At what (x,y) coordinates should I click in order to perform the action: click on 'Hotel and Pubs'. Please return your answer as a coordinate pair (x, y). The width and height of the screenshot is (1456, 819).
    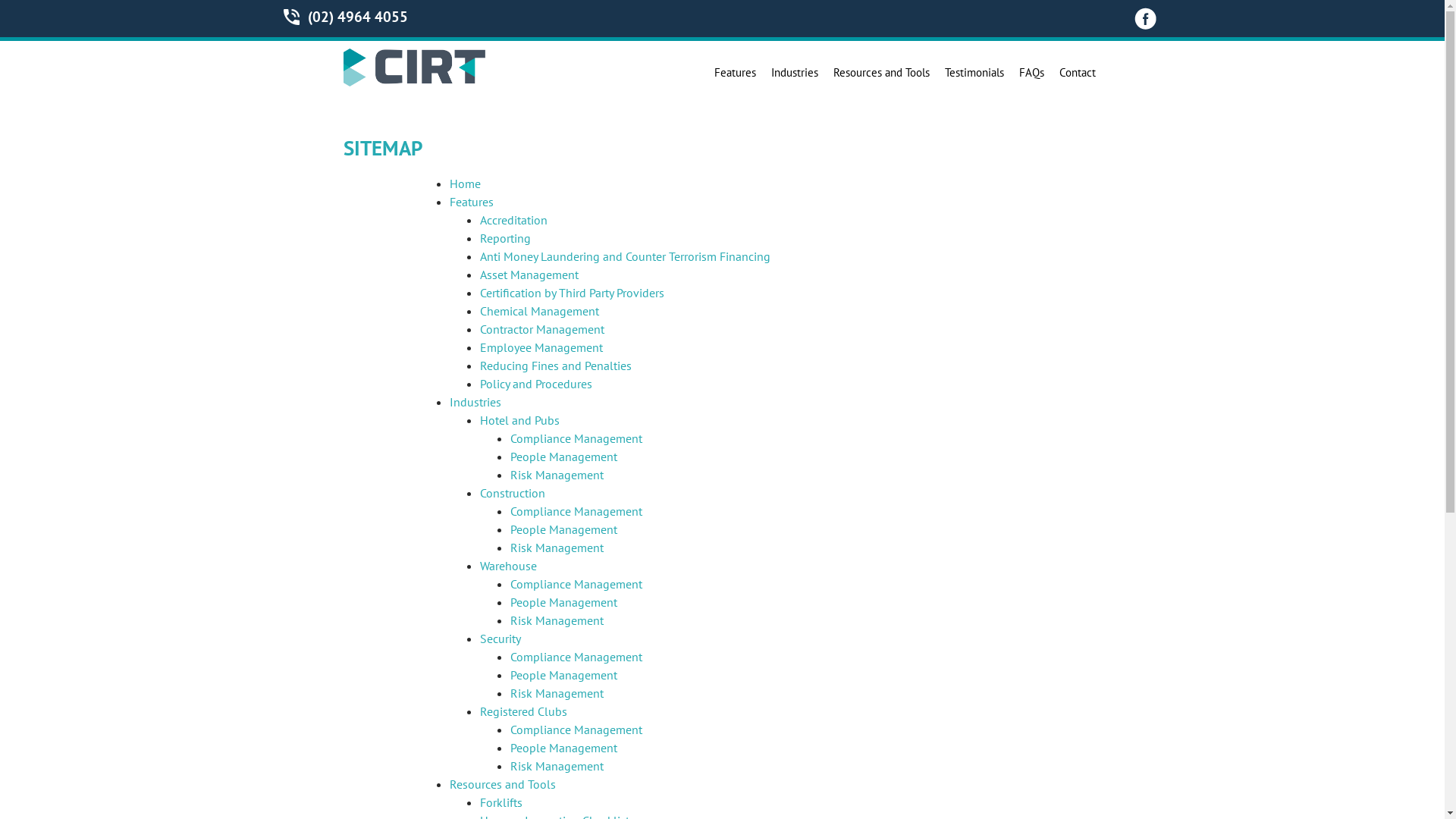
    Looking at the image, I should click on (519, 420).